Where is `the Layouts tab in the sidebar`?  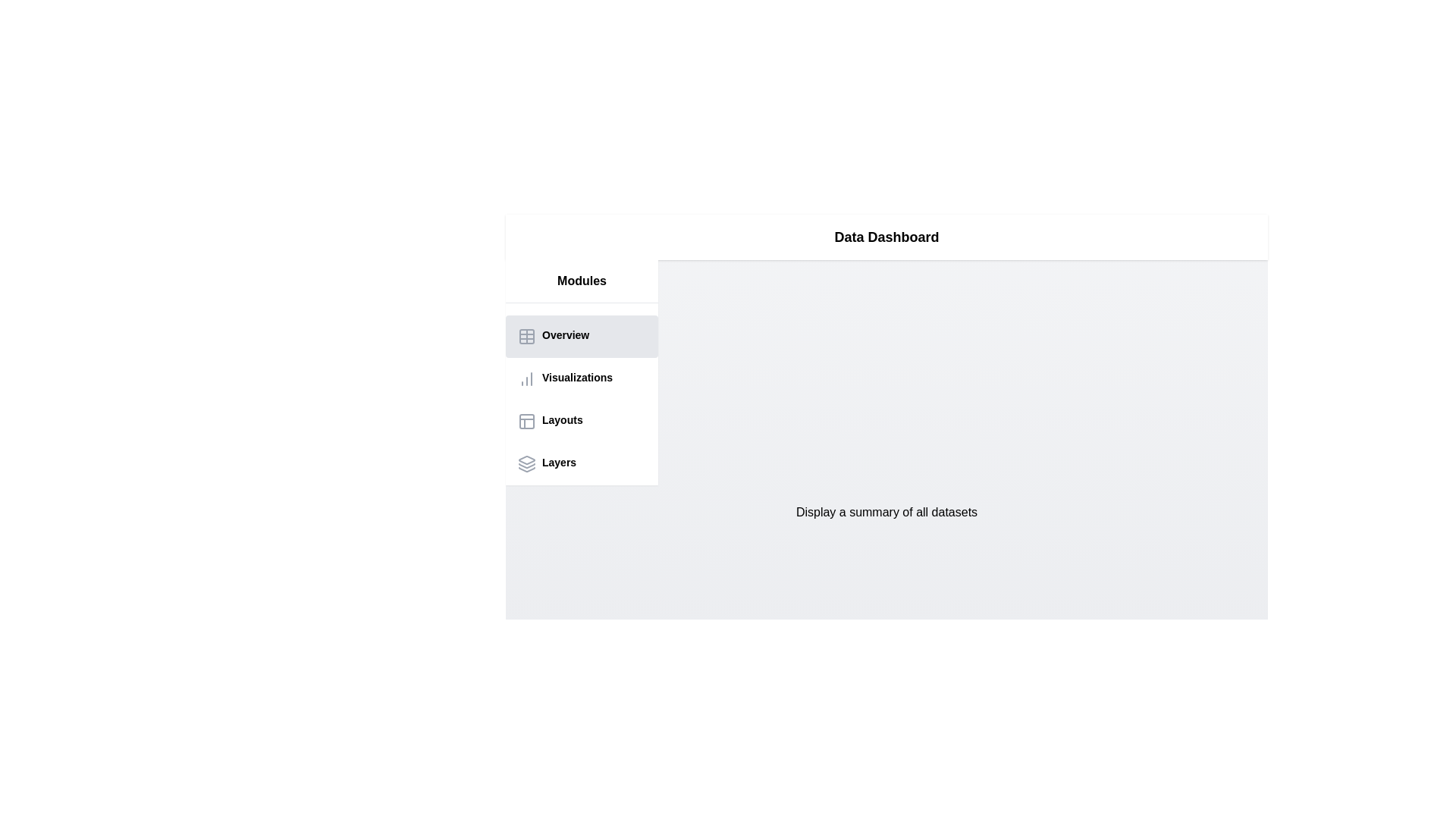 the Layouts tab in the sidebar is located at coordinates (581, 421).